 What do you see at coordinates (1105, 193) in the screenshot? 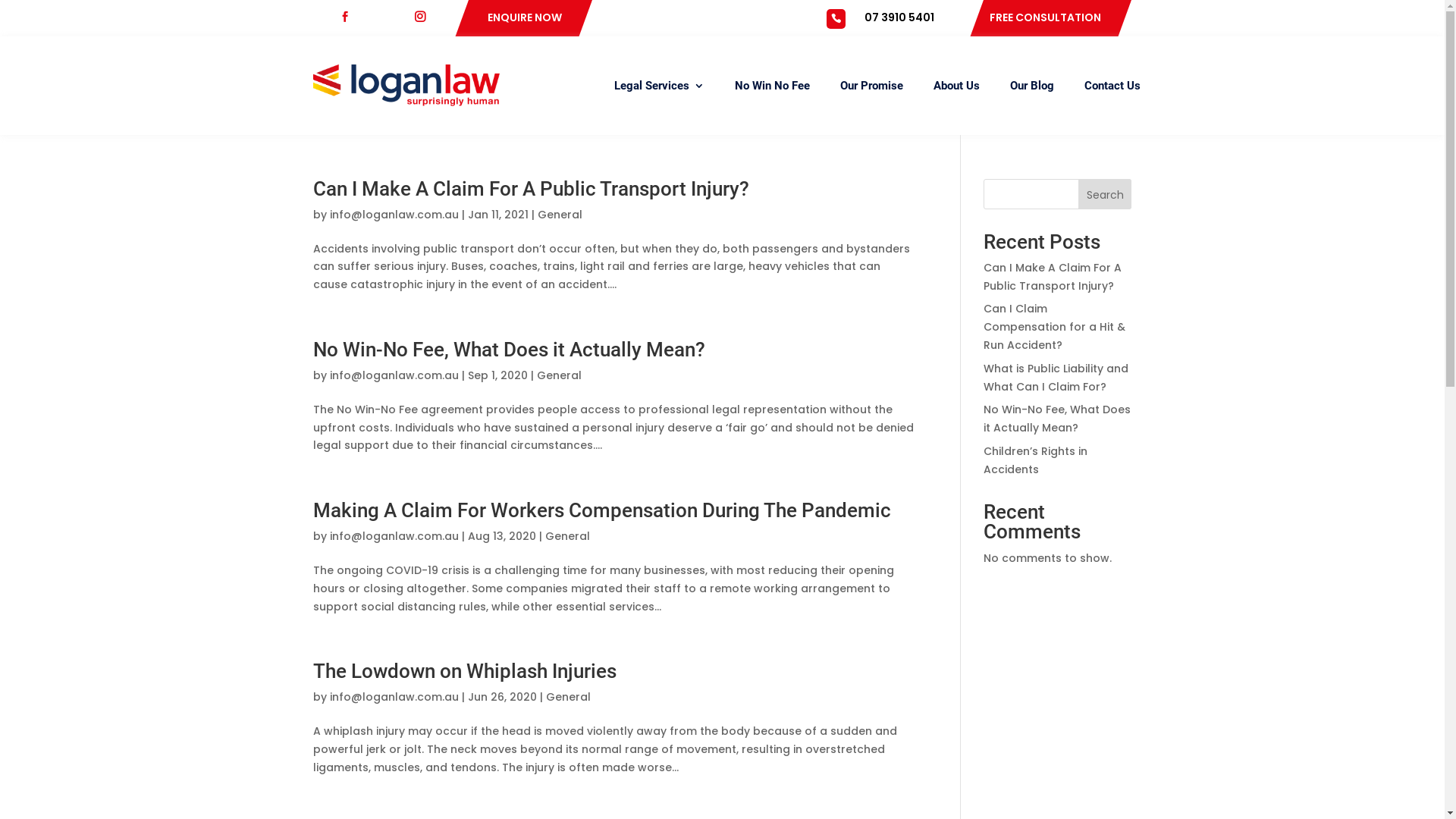
I see `'Search'` at bounding box center [1105, 193].